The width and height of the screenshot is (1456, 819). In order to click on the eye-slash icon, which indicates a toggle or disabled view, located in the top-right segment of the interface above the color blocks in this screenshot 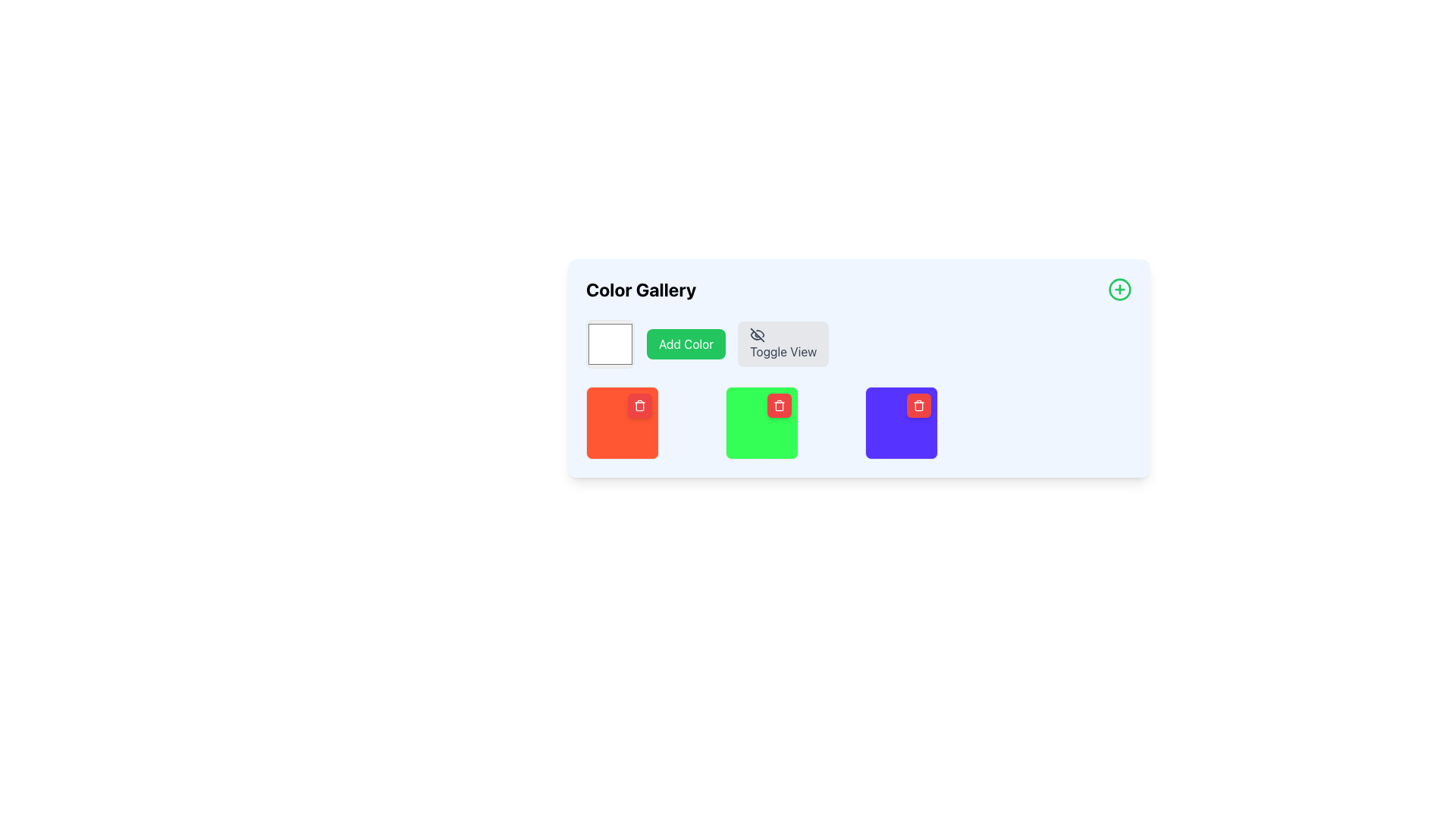, I will do `click(758, 334)`.